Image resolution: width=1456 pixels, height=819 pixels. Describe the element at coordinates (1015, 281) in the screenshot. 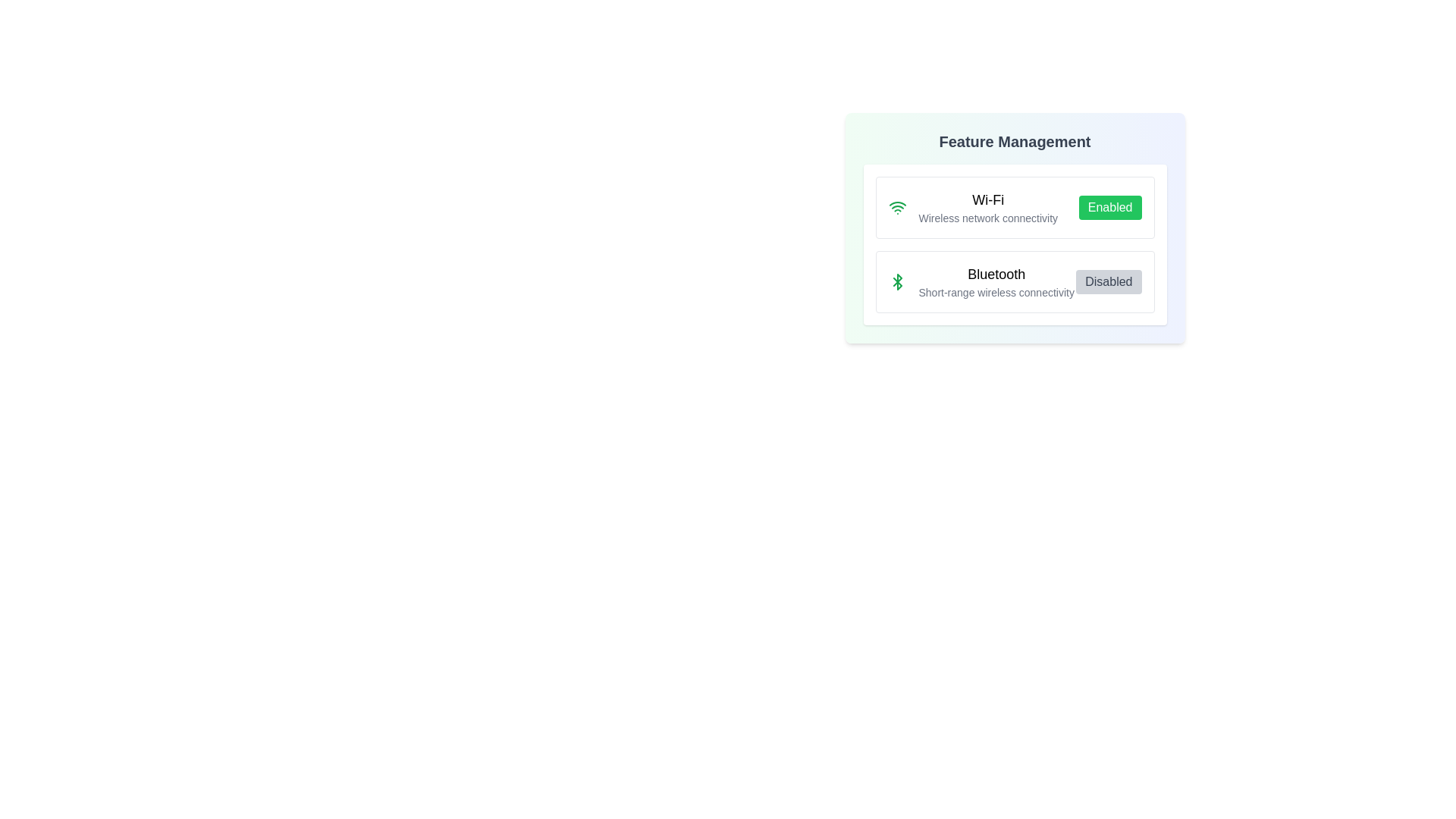

I see `the feature Bluetooth to view the hover effect` at that location.